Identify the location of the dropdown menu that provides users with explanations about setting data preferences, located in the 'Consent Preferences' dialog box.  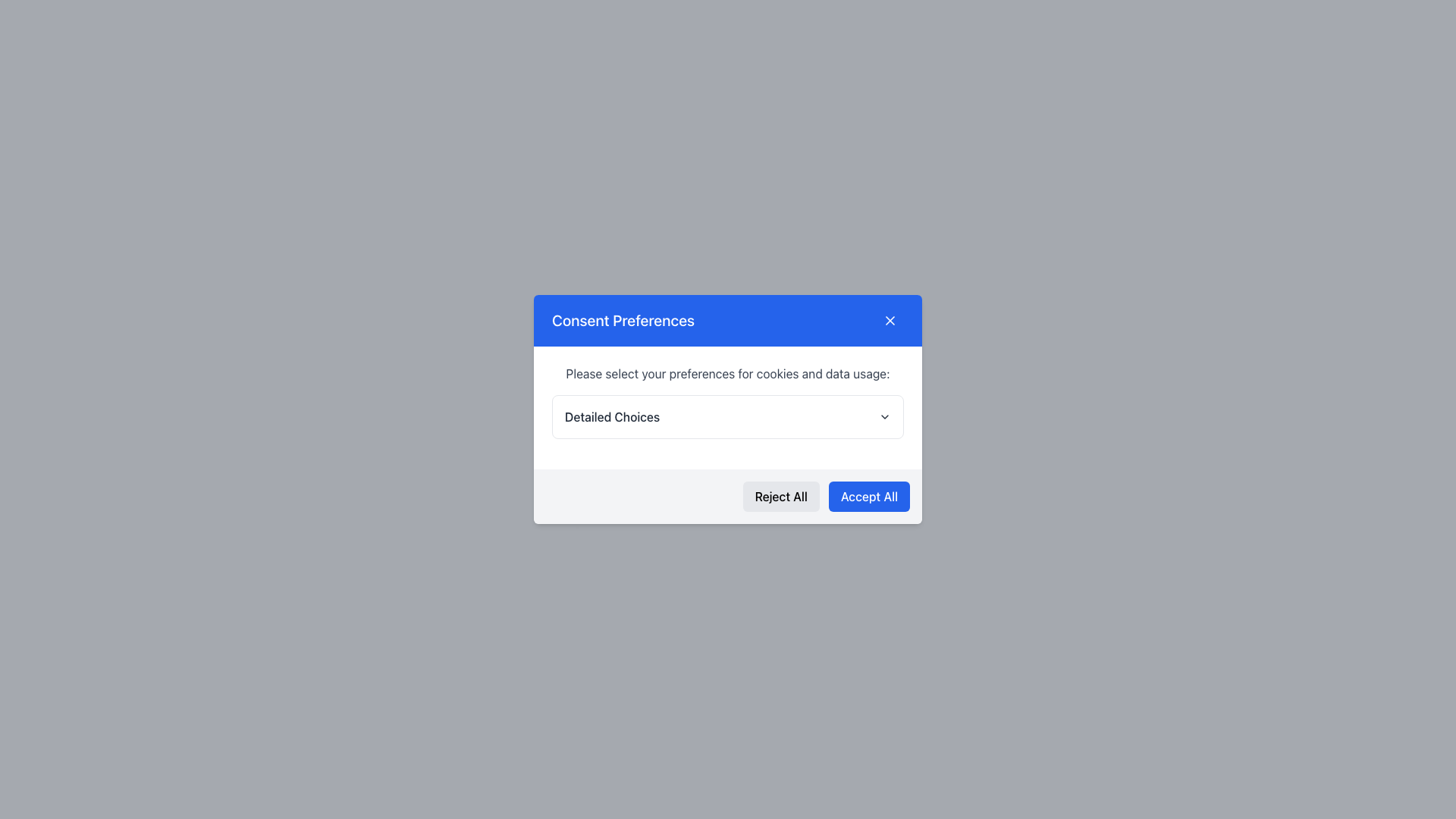
(728, 406).